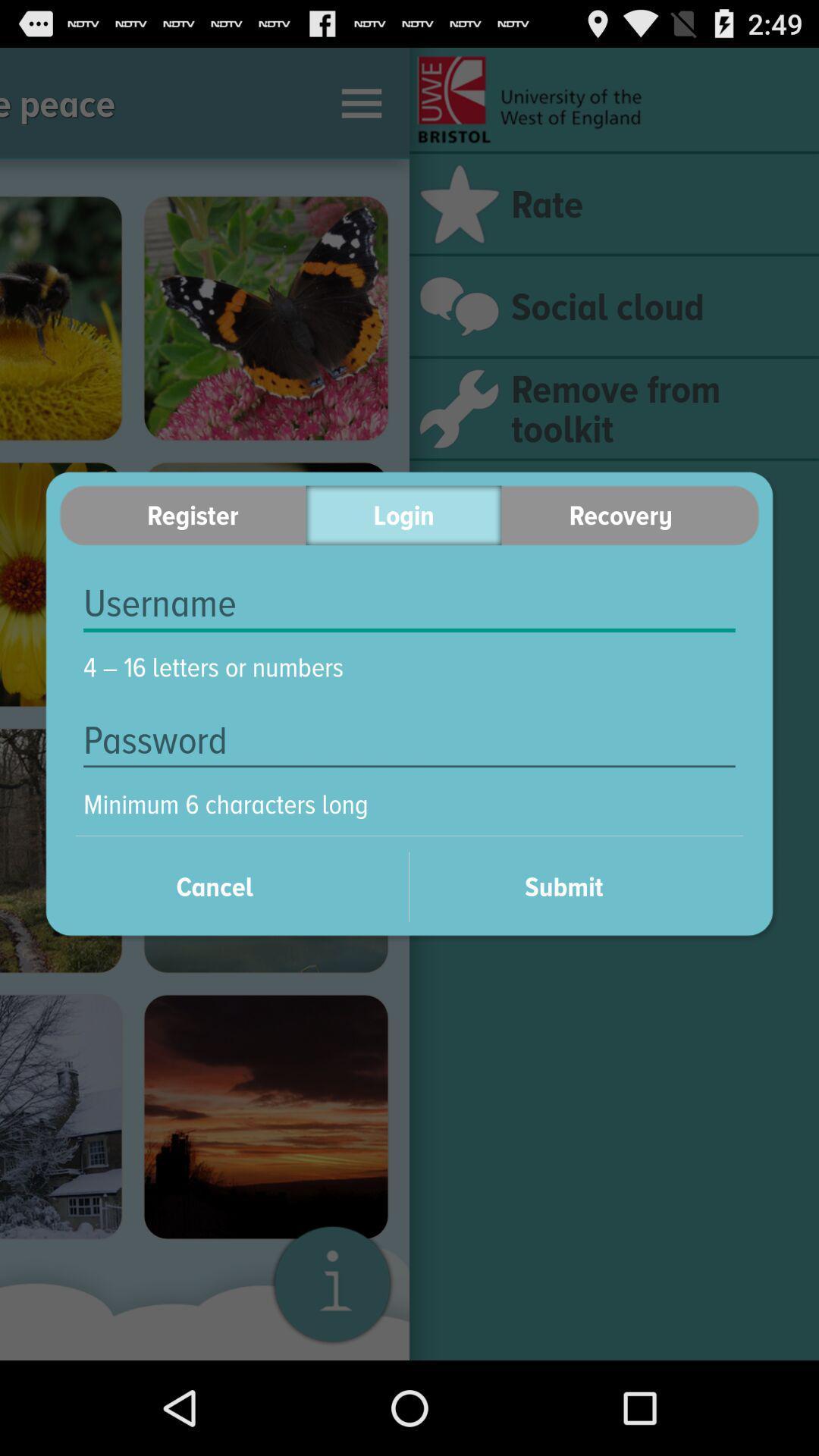 This screenshot has height=1456, width=819. What do you see at coordinates (409, 740) in the screenshot?
I see `the icon below 4 16 letters` at bounding box center [409, 740].